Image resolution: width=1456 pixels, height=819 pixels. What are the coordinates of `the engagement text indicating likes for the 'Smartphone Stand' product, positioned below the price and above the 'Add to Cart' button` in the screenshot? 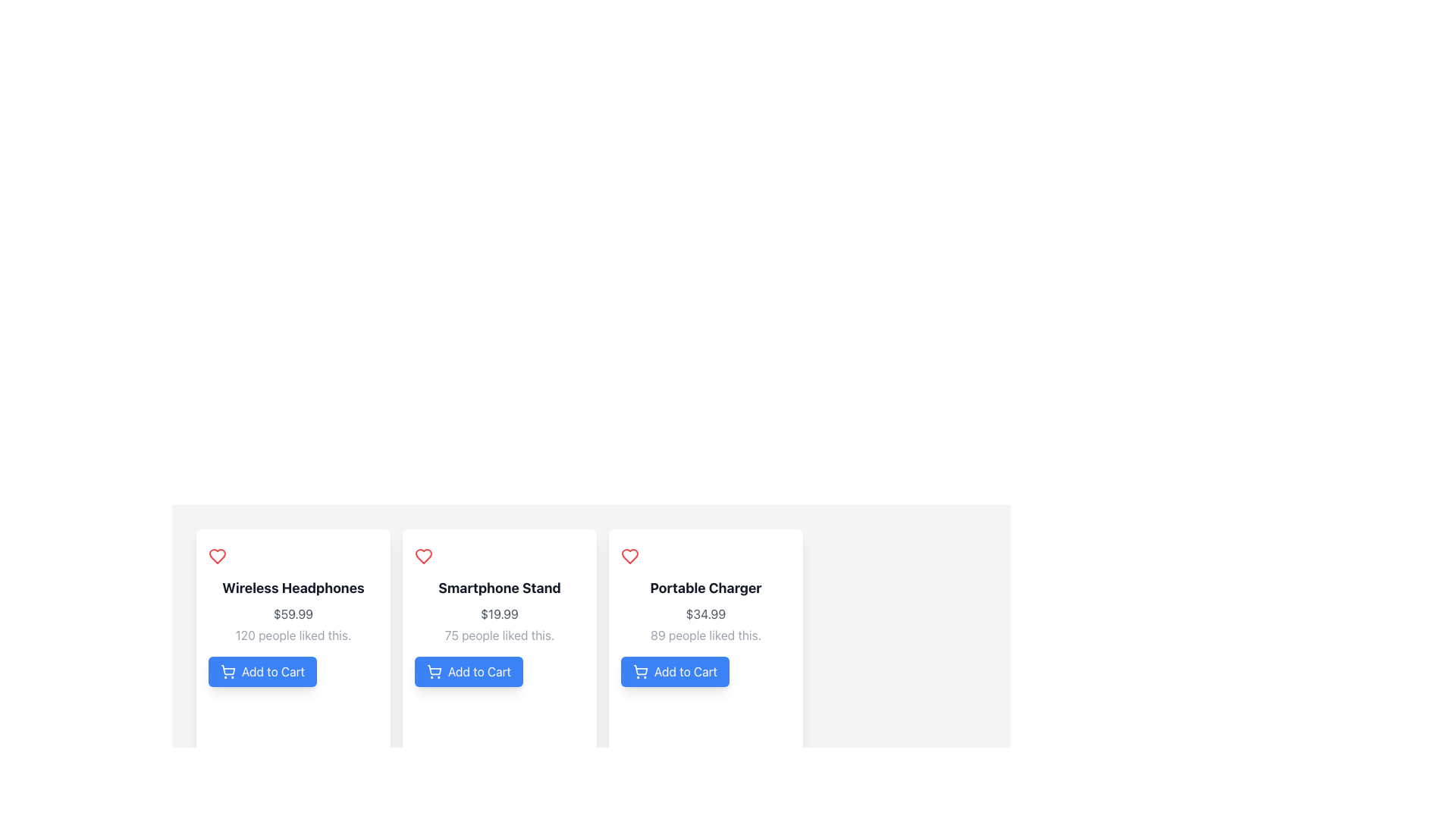 It's located at (499, 635).